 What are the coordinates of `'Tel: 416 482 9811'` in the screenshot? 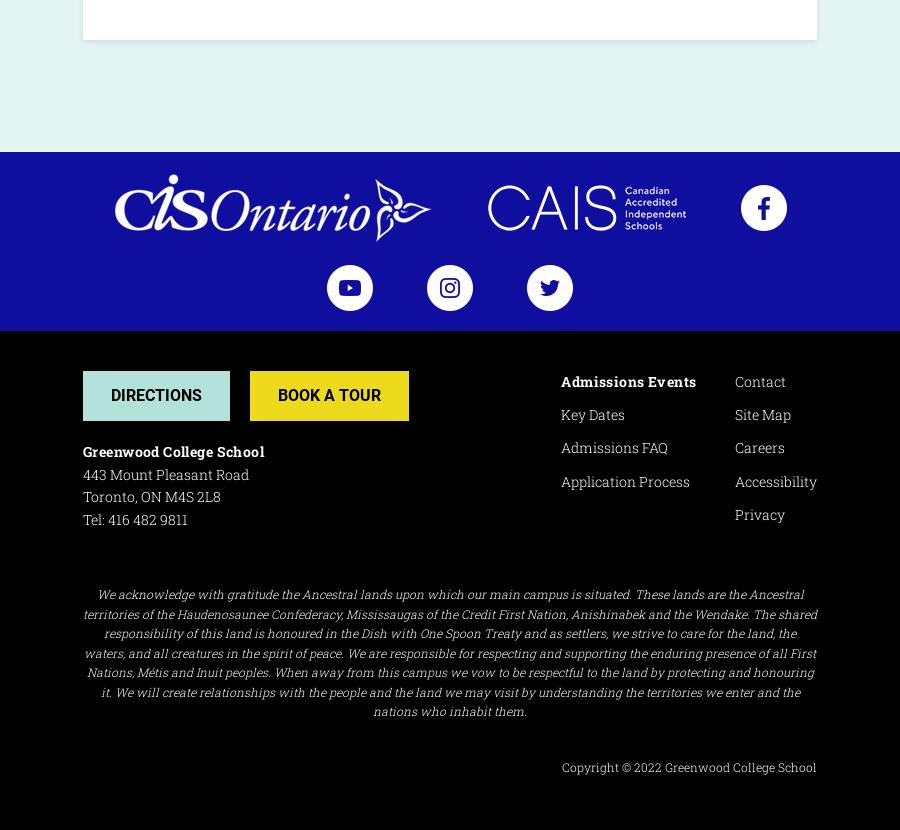 It's located at (135, 519).